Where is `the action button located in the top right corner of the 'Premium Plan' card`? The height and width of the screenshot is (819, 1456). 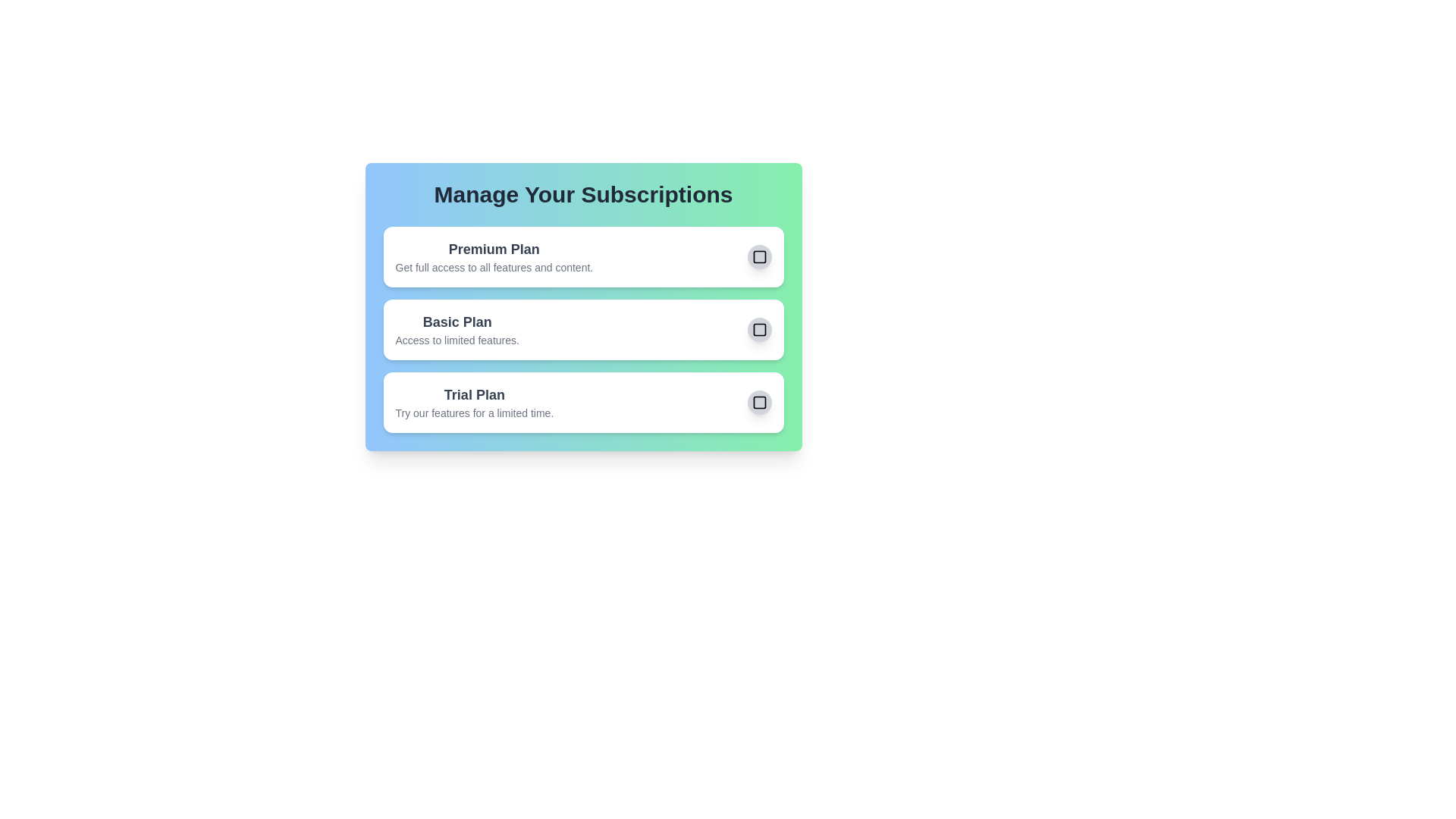 the action button located in the top right corner of the 'Premium Plan' card is located at coordinates (759, 256).